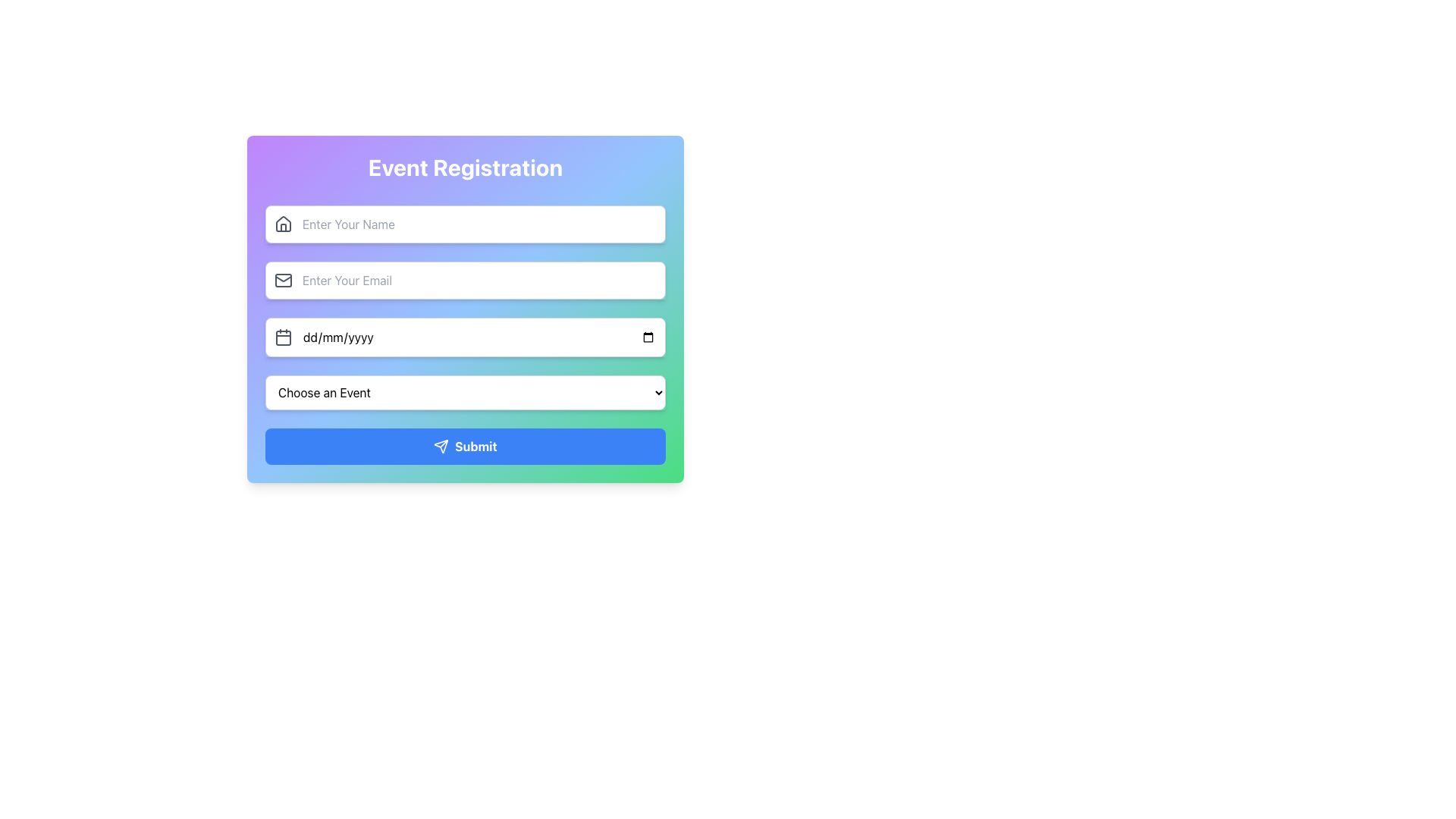 This screenshot has width=1456, height=819. I want to click on the Dropdown menu, so click(465, 391).